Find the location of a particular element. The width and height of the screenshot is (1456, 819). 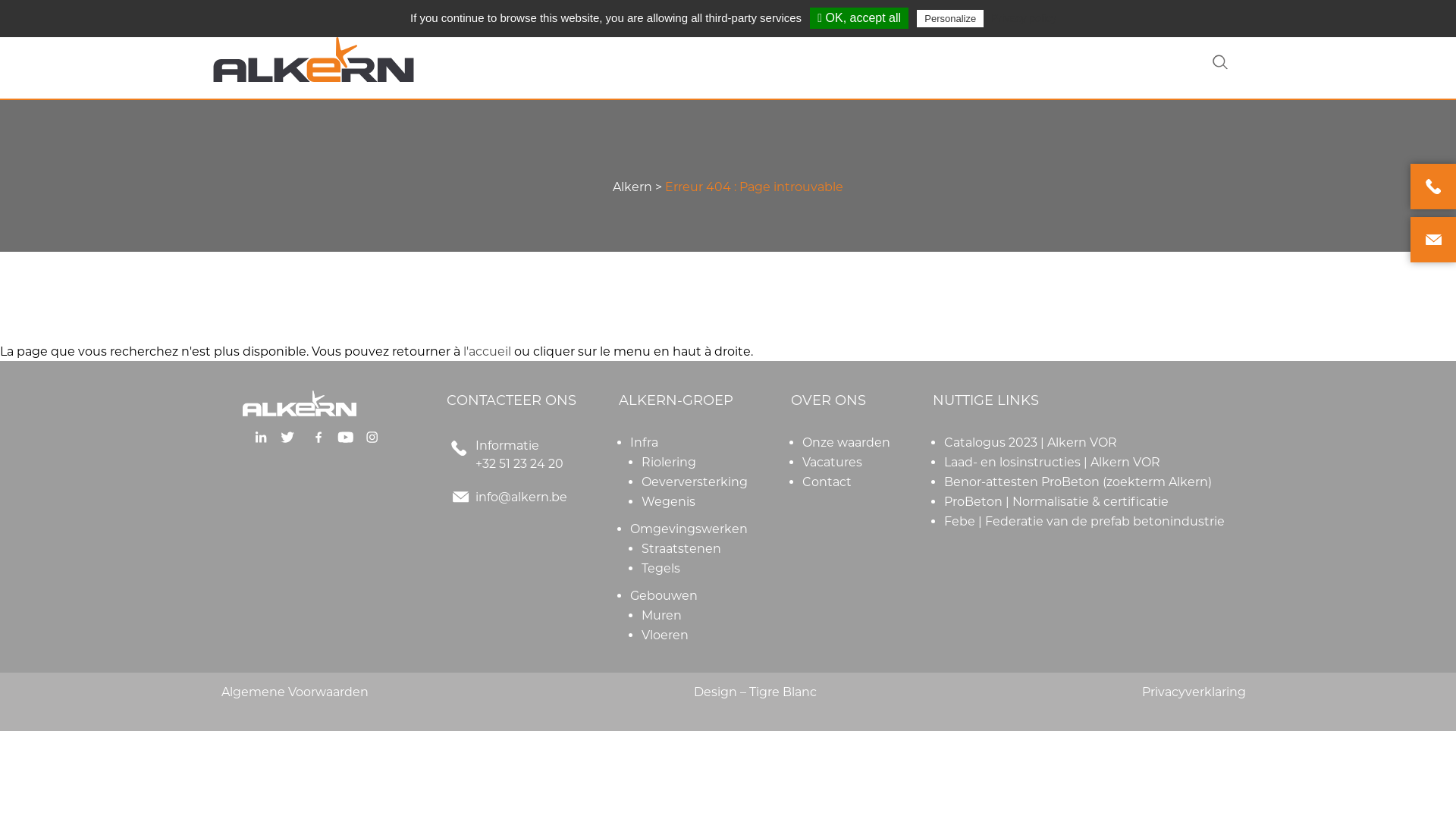

'Laad- en losinstructies | Alkern VOR' is located at coordinates (1051, 461).